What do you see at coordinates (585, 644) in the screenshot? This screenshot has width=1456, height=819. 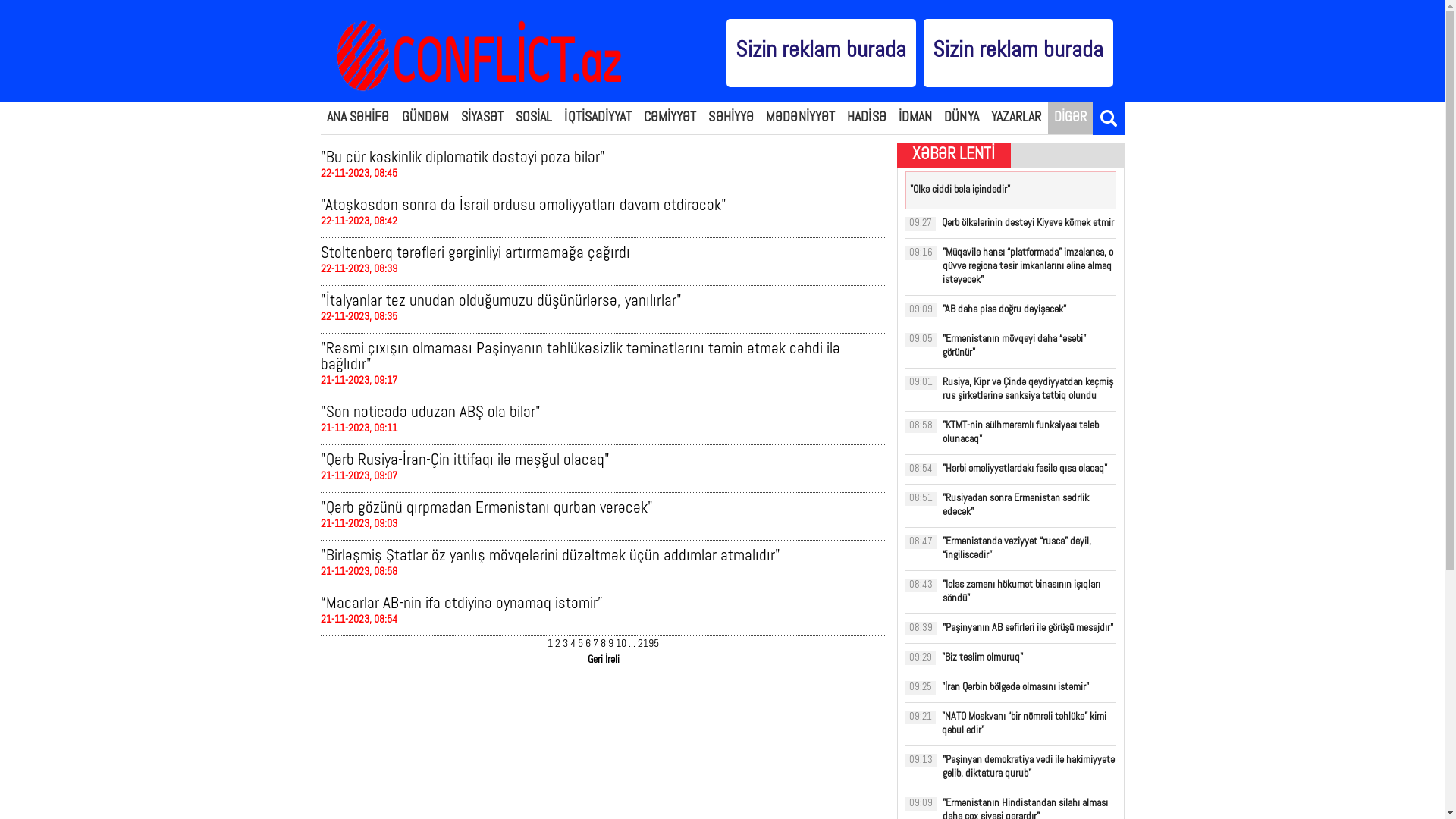 I see `'6'` at bounding box center [585, 644].